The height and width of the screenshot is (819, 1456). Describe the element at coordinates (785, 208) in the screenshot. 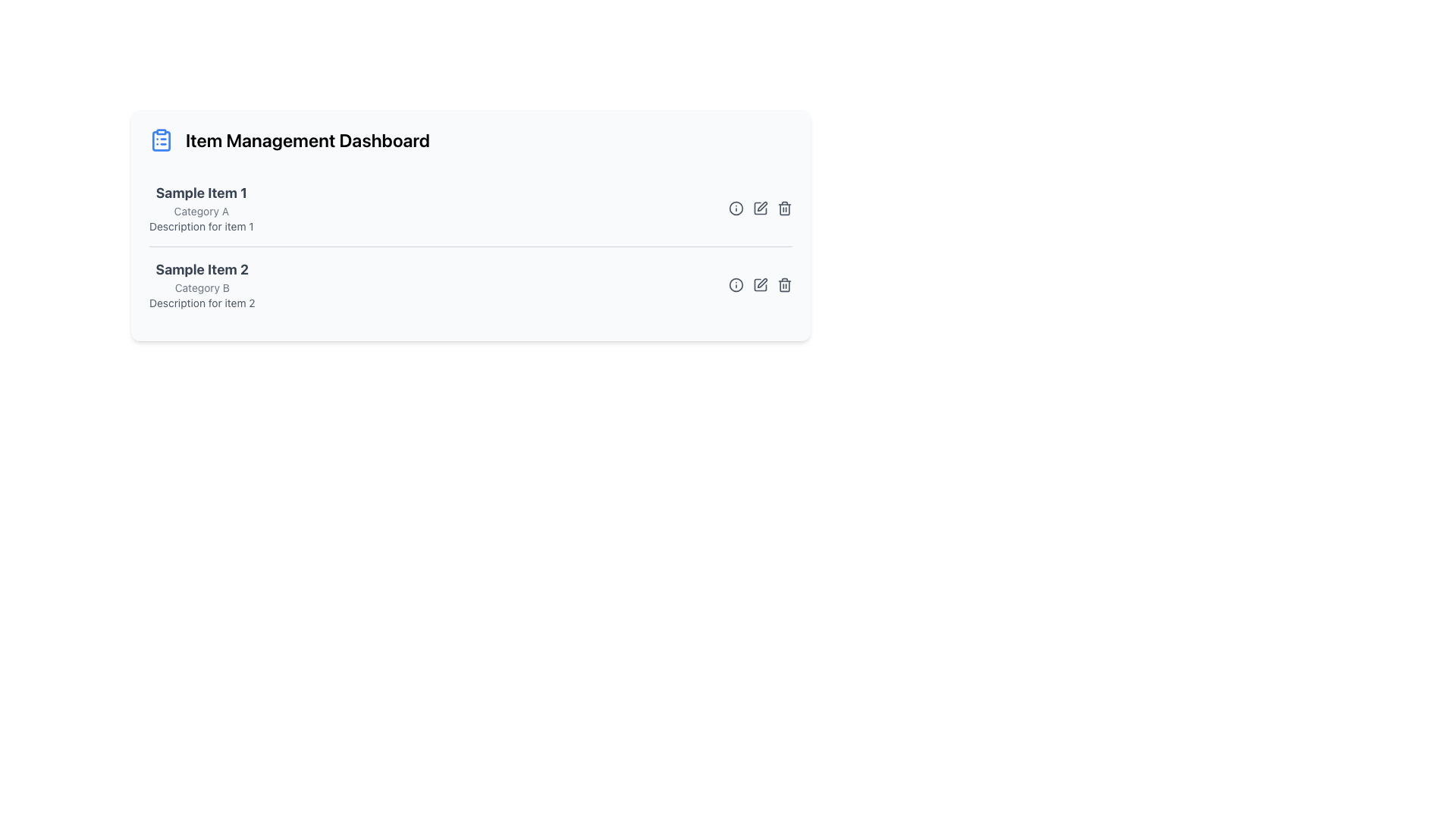

I see `the delete button with an icon located to the far right of the second item row` at that location.